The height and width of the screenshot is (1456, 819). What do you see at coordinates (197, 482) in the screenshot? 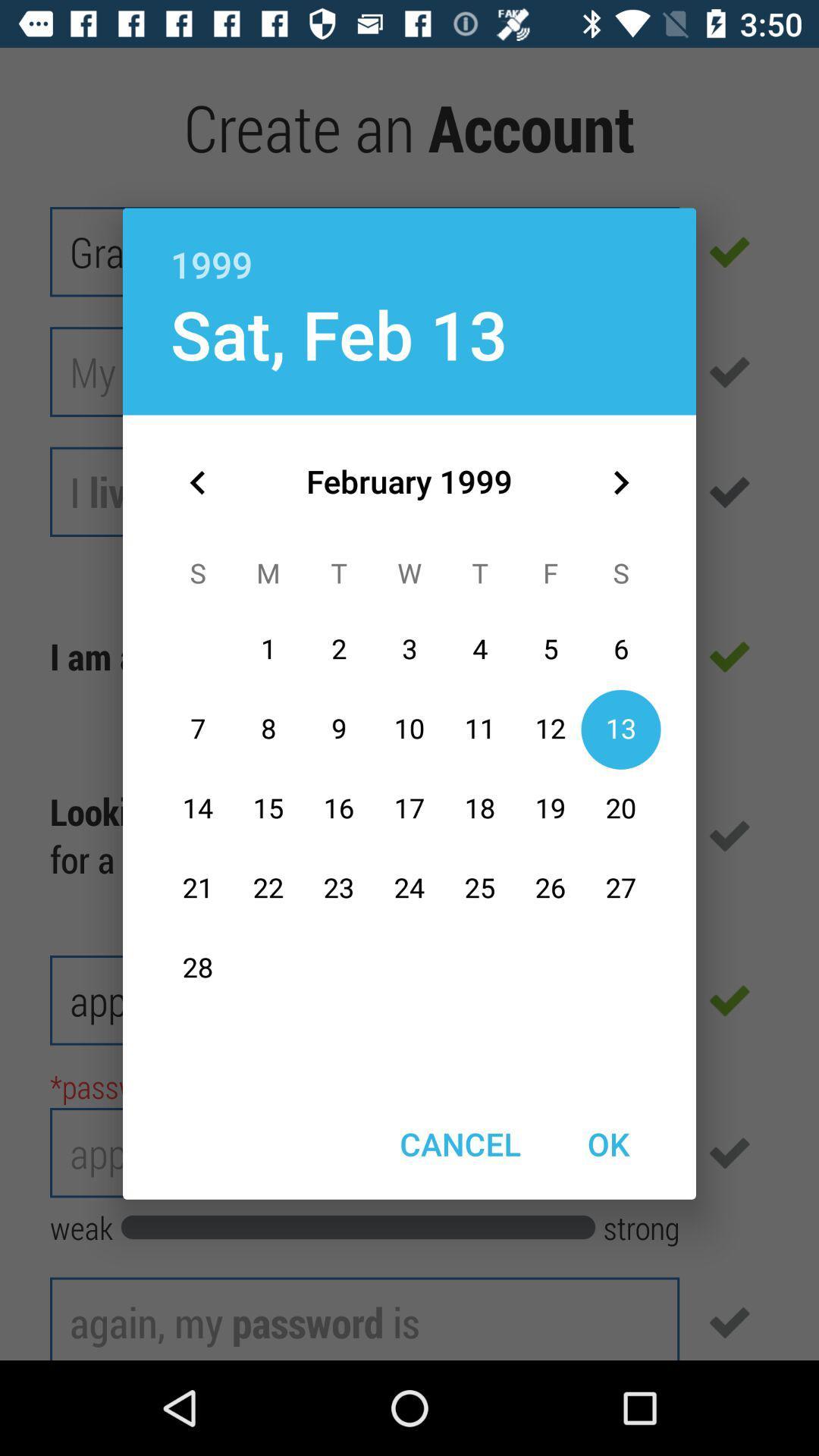
I see `icon at the top left corner` at bounding box center [197, 482].